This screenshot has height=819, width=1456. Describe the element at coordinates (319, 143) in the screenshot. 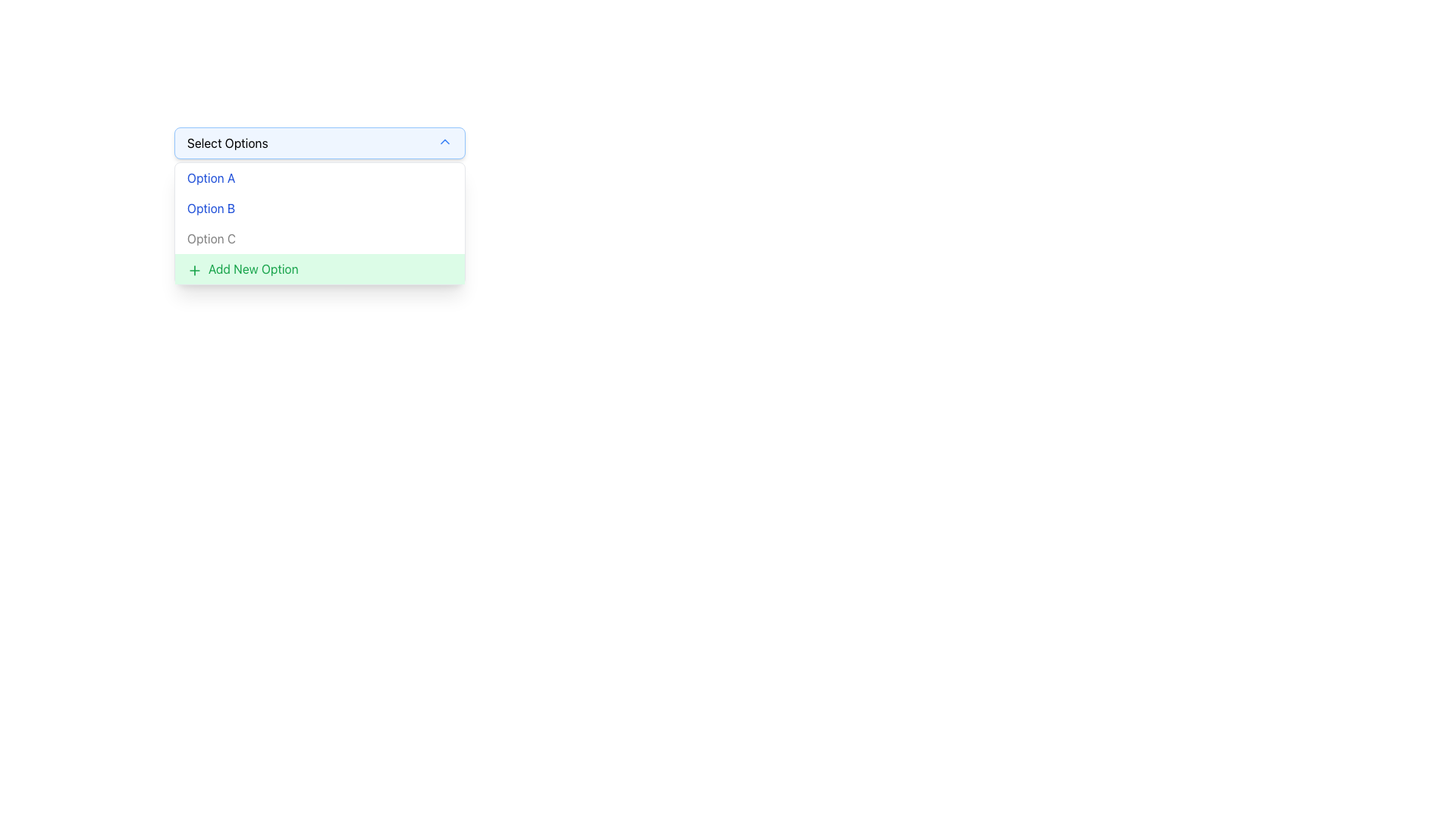

I see `the Dropdown Menu Header that contains the text 'Select Options' and has a chevron pointing upwards, styled with a light blue background and rounded borders` at that location.